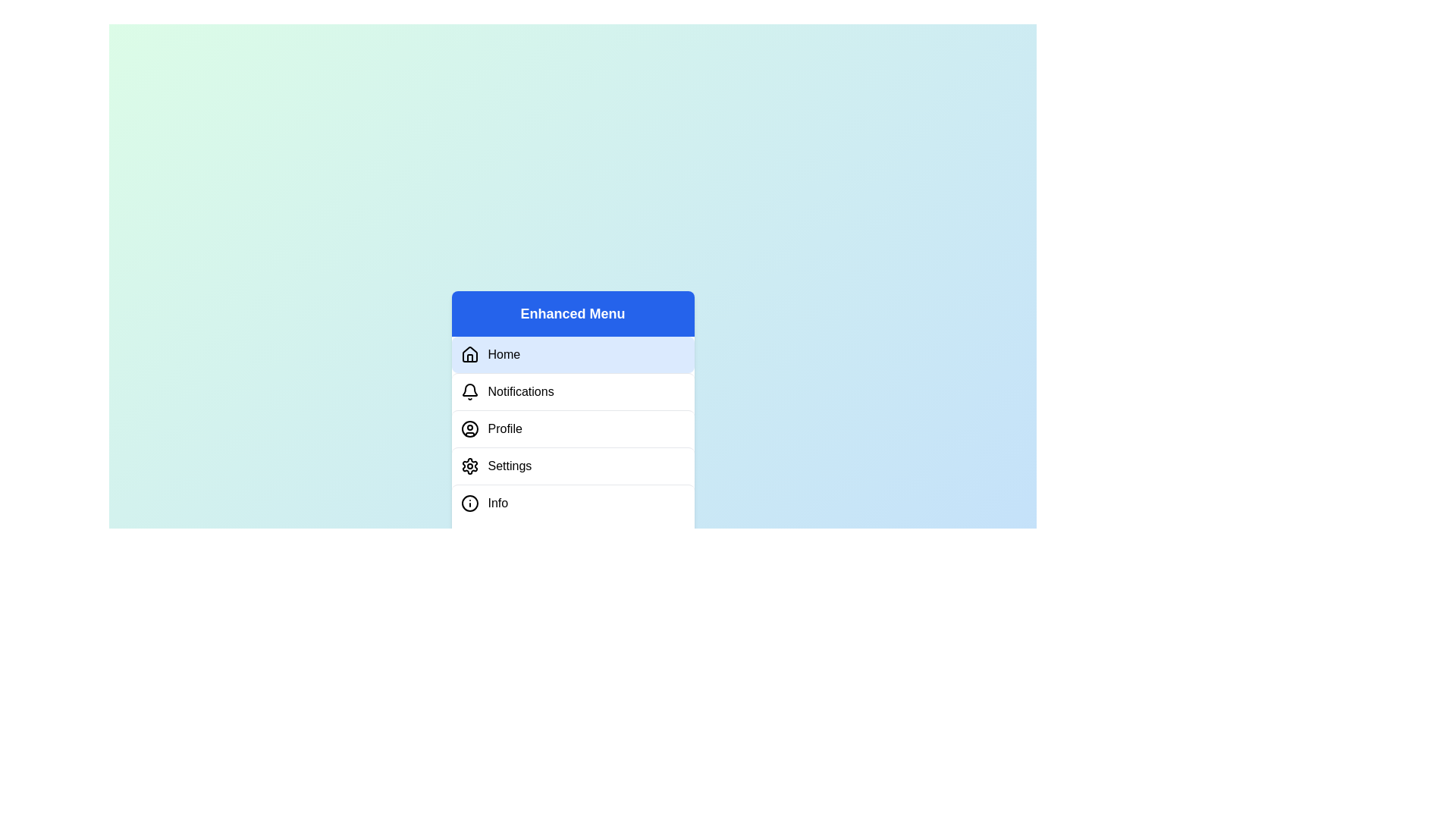 The width and height of the screenshot is (1456, 819). What do you see at coordinates (572, 428) in the screenshot?
I see `the menu tab Profile` at bounding box center [572, 428].